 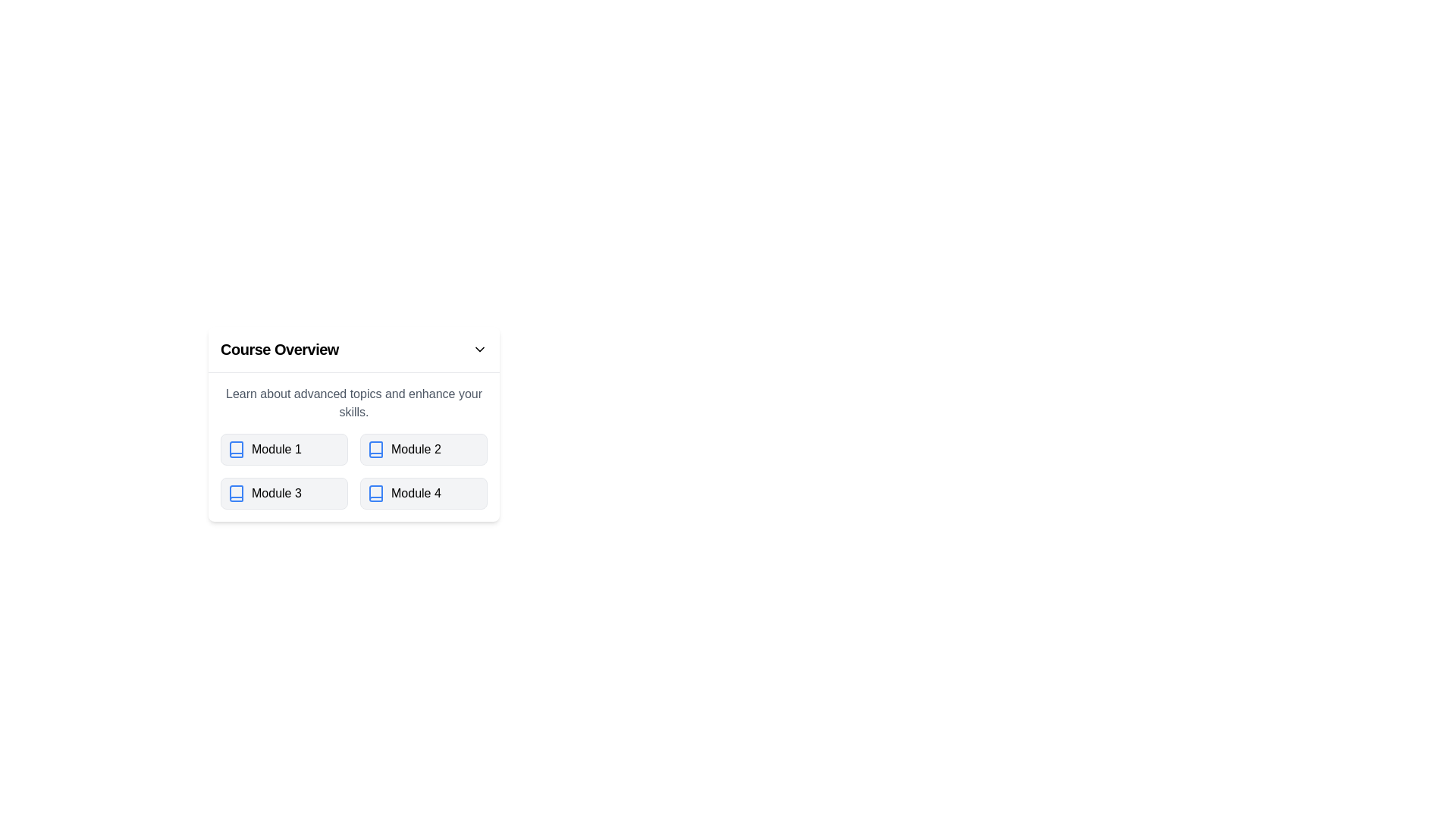 What do you see at coordinates (375, 494) in the screenshot?
I see `the open book icon representing the educational materials in the 'Module 4' area located beneath the 'Course Overview' section` at bounding box center [375, 494].